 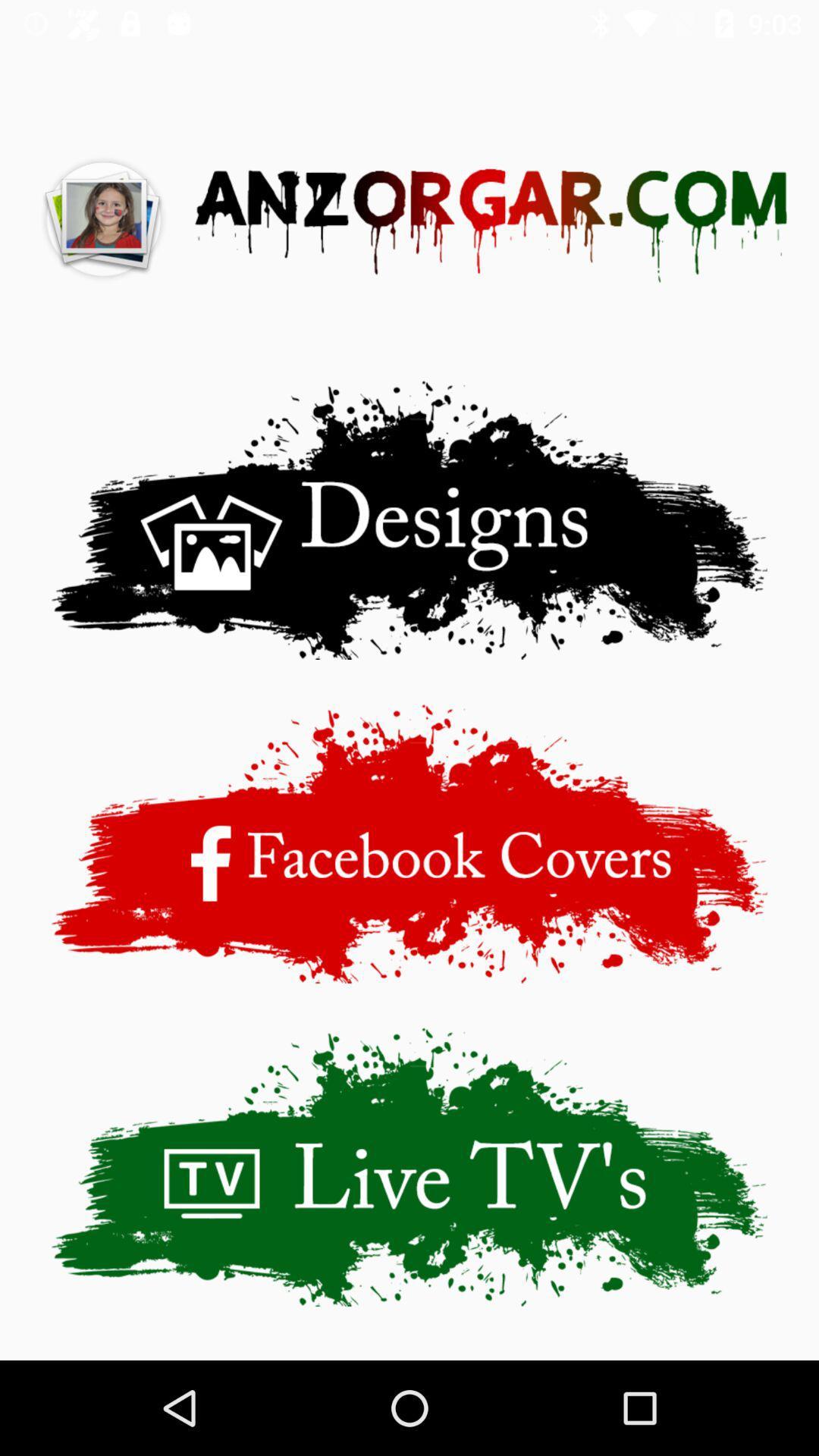 I want to click on live tv 's, so click(x=409, y=1166).